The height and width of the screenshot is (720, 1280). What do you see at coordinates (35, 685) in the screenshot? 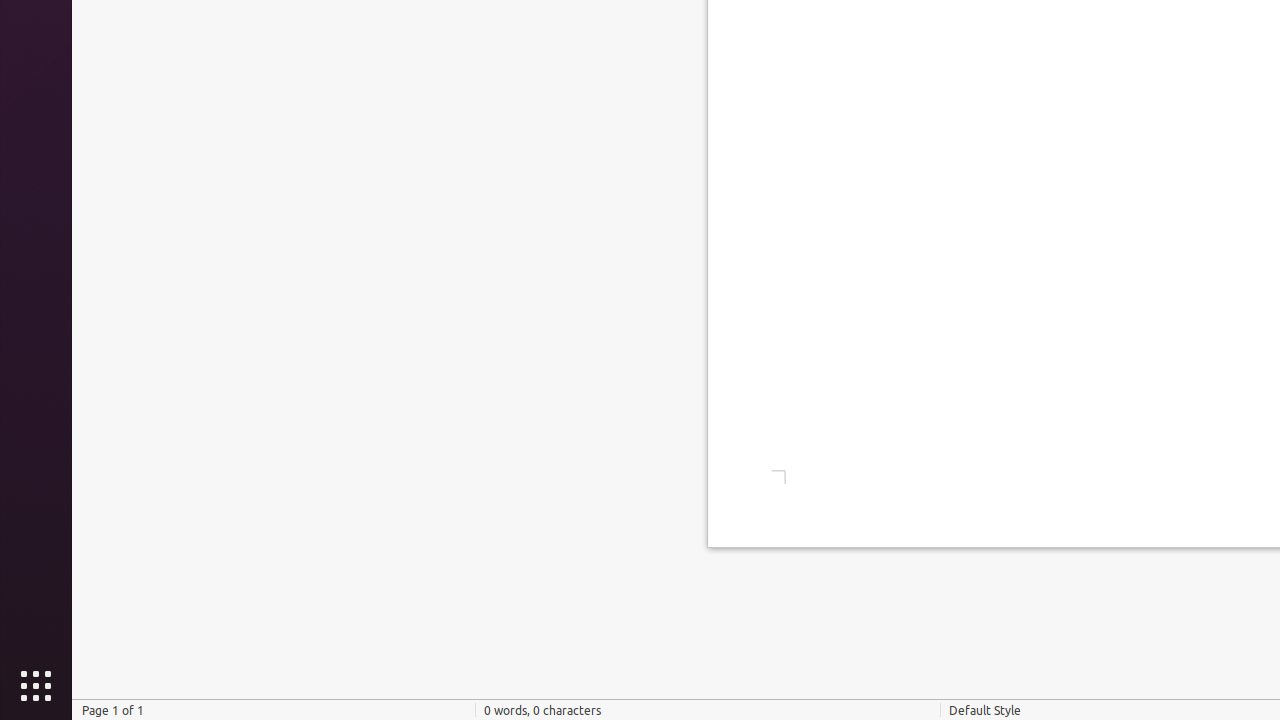
I see `'Show Applications'` at bounding box center [35, 685].